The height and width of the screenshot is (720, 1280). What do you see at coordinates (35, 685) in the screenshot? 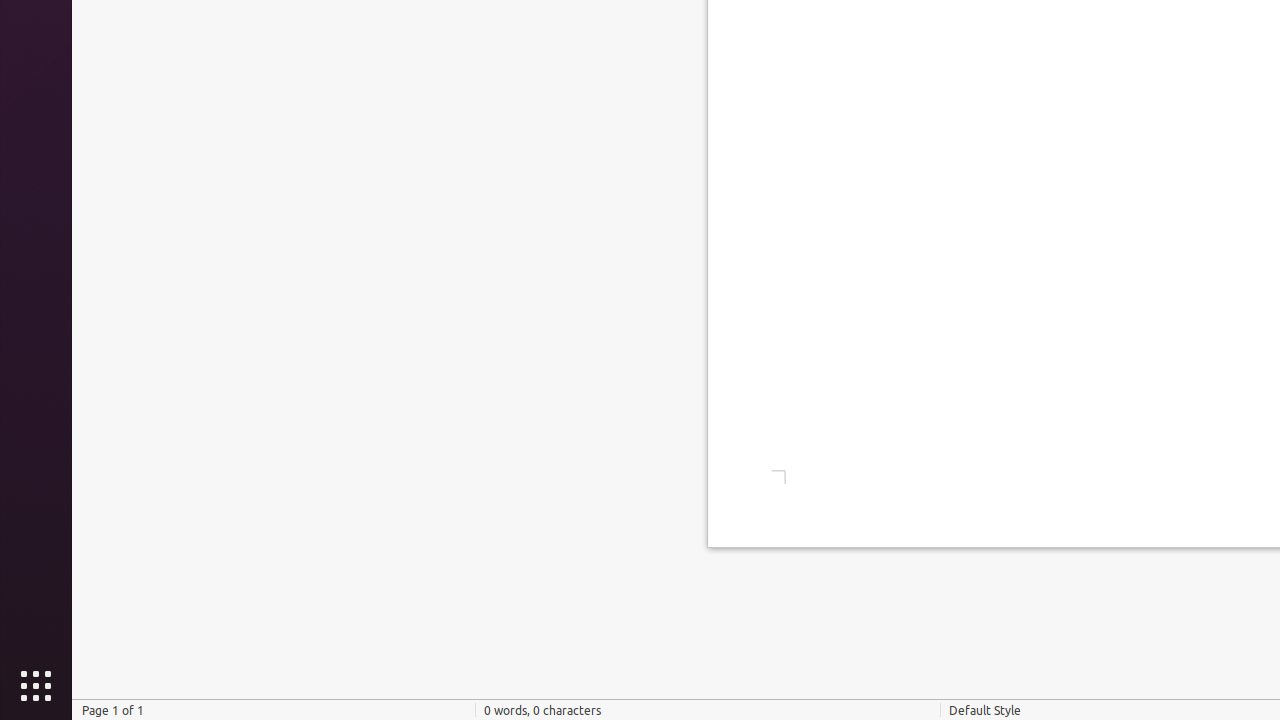
I see `'Show Applications'` at bounding box center [35, 685].